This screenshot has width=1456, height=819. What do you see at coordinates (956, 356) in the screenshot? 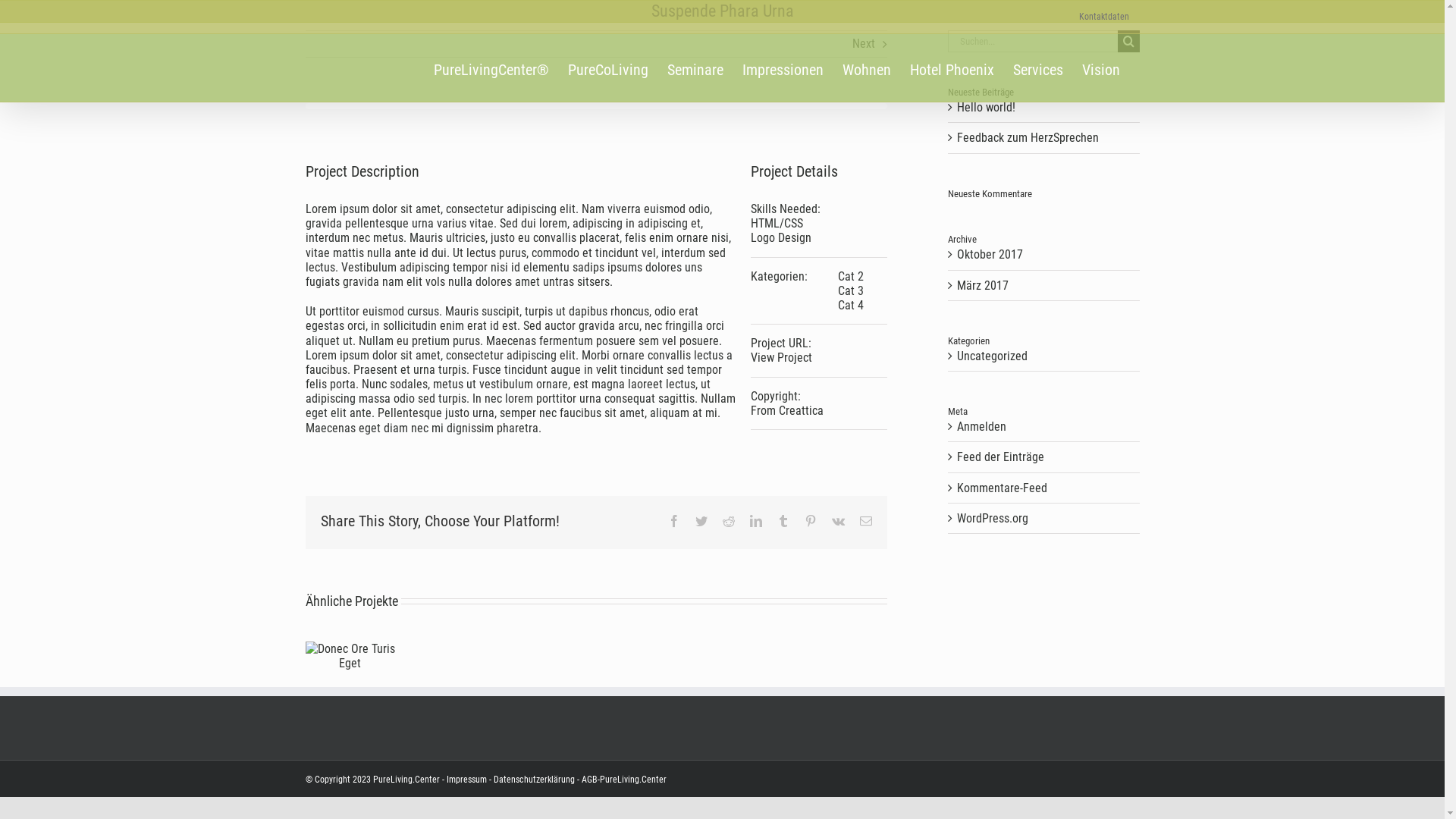
I see `'Uncategorized'` at bounding box center [956, 356].